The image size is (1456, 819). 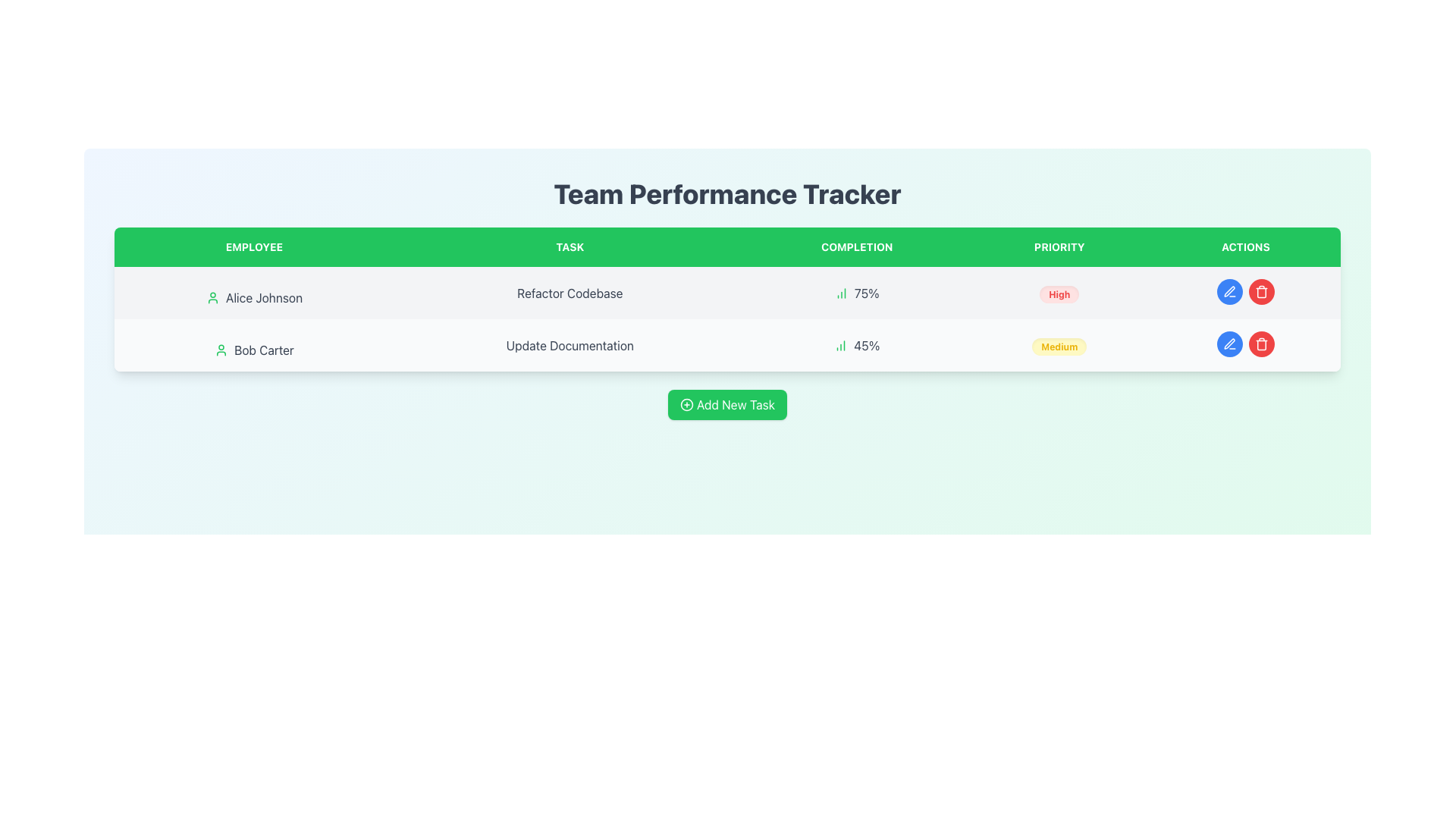 What do you see at coordinates (254, 246) in the screenshot?
I see `text from the 'Employee' header cell, which is the first cell in a horizontal header row with a green background` at bounding box center [254, 246].